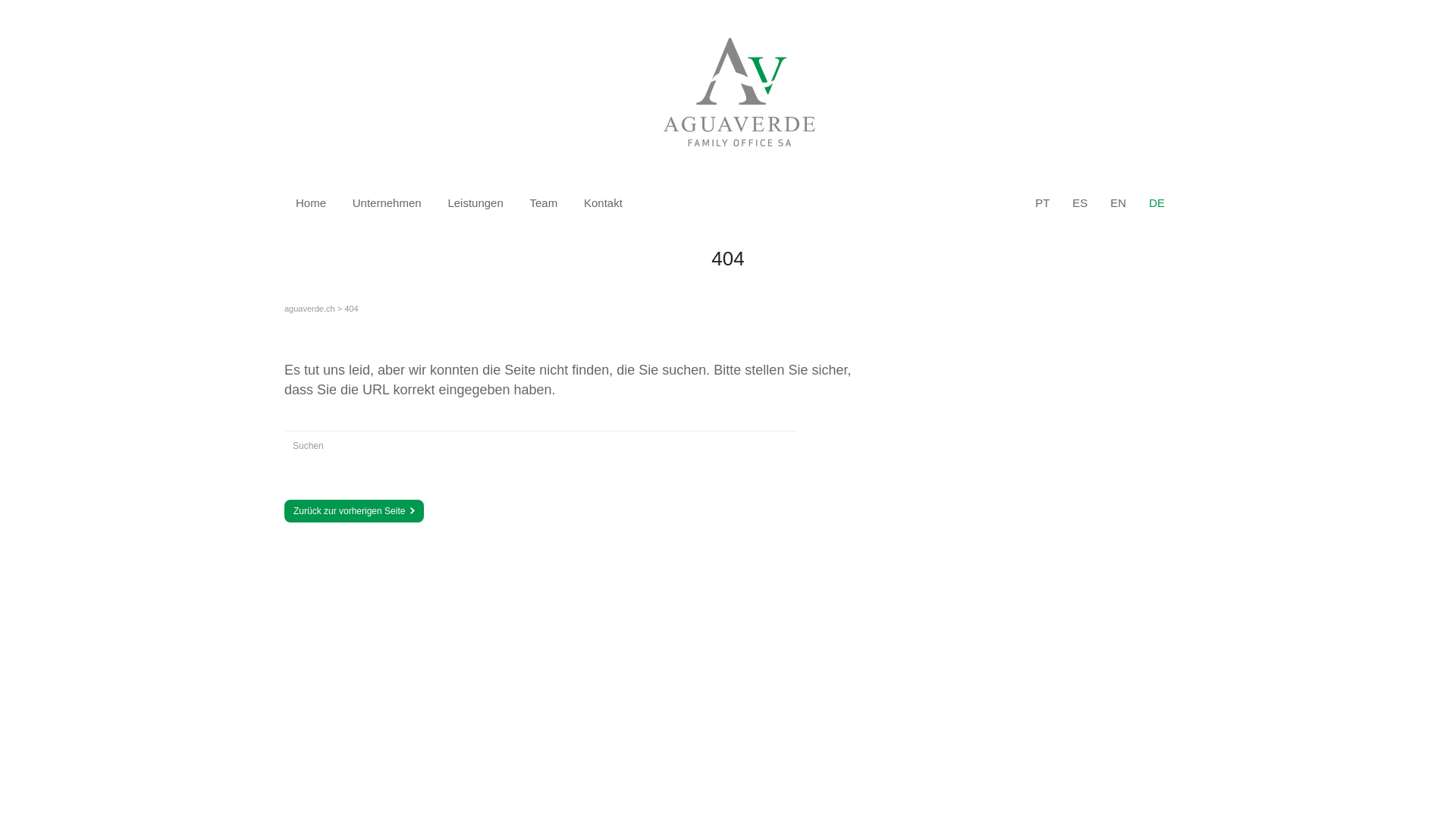 This screenshot has height=819, width=1456. Describe the element at coordinates (544, 202) in the screenshot. I see `'Team'` at that location.